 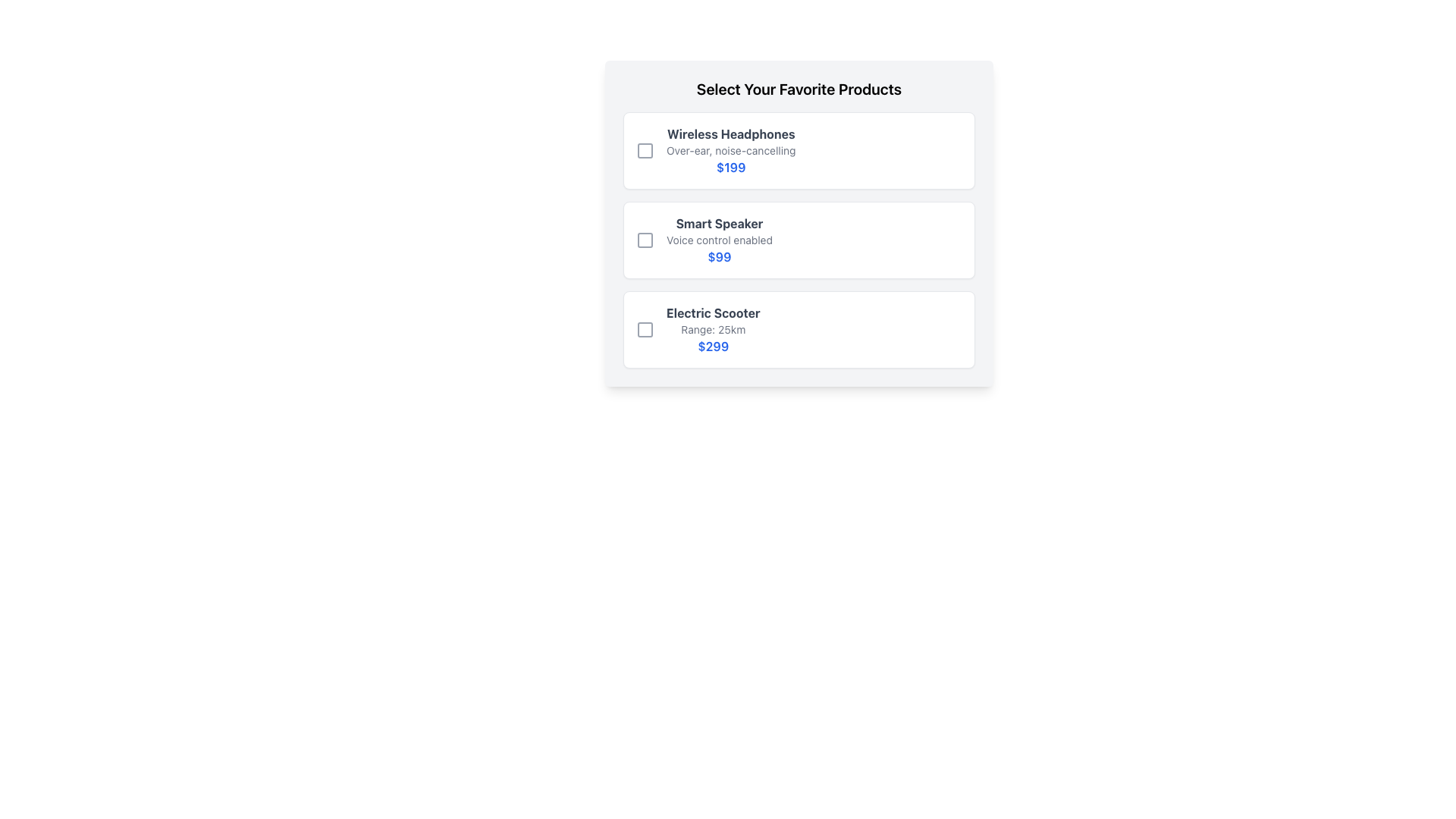 What do you see at coordinates (719, 223) in the screenshot?
I see `the 'Smart Speaker' product title located in the second product card, which is the first line of text above the description 'Voice control enabled' and the price '$99'` at bounding box center [719, 223].